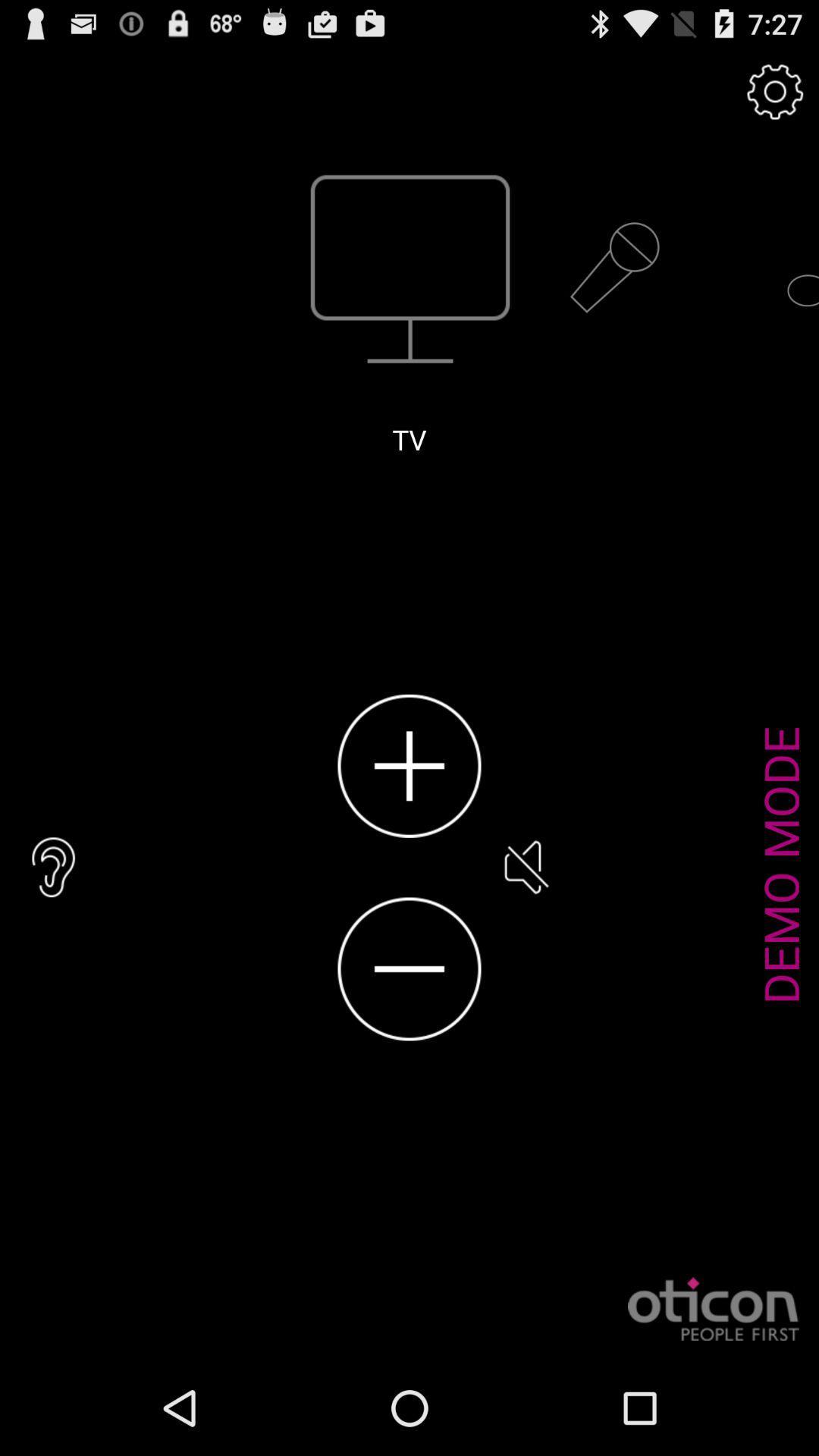 The height and width of the screenshot is (1456, 819). Describe the element at coordinates (409, 968) in the screenshot. I see `the icon below the plus icon` at that location.